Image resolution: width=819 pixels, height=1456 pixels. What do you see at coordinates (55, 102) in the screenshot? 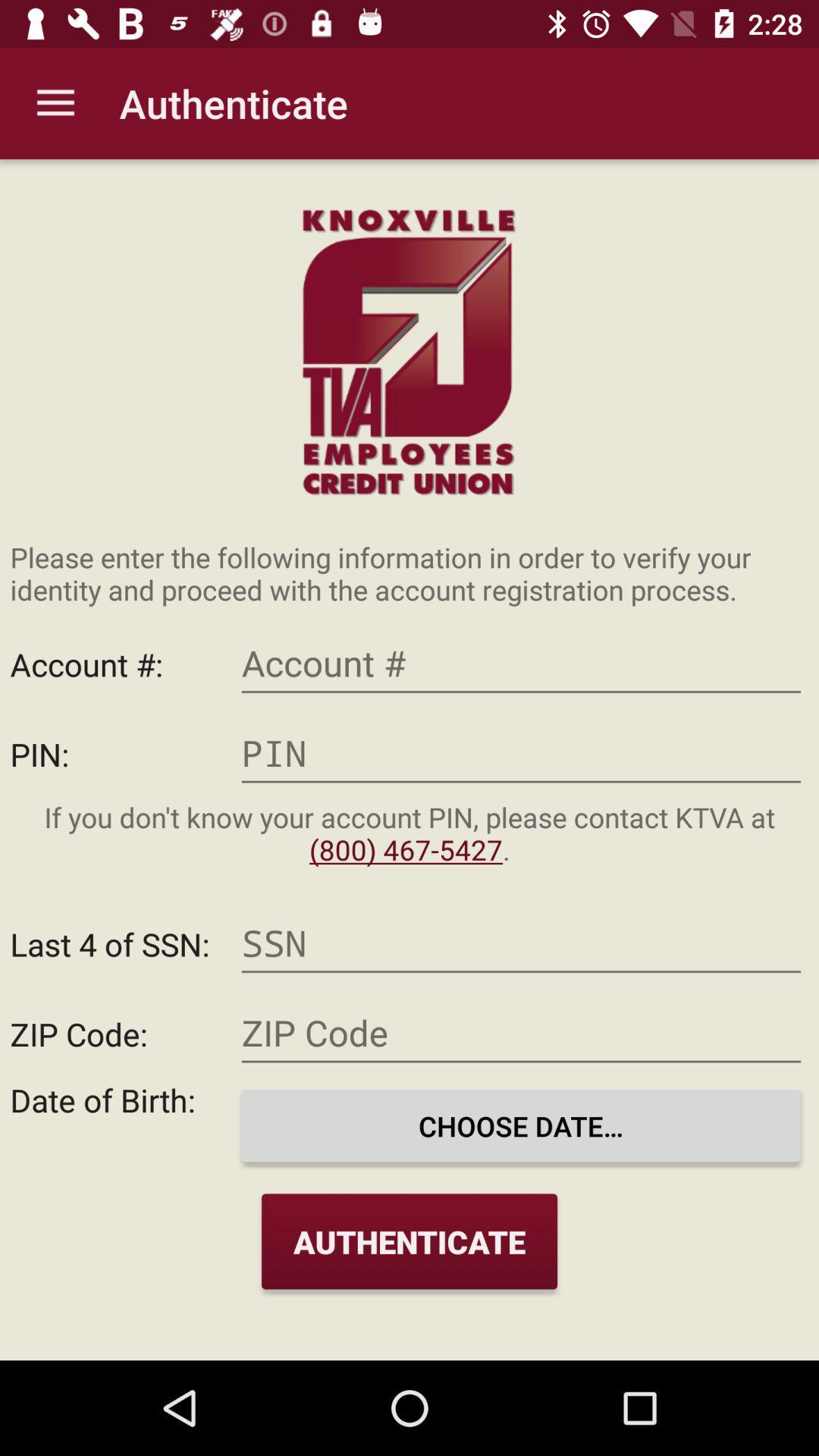
I see `the icon next to authenticate` at bounding box center [55, 102].